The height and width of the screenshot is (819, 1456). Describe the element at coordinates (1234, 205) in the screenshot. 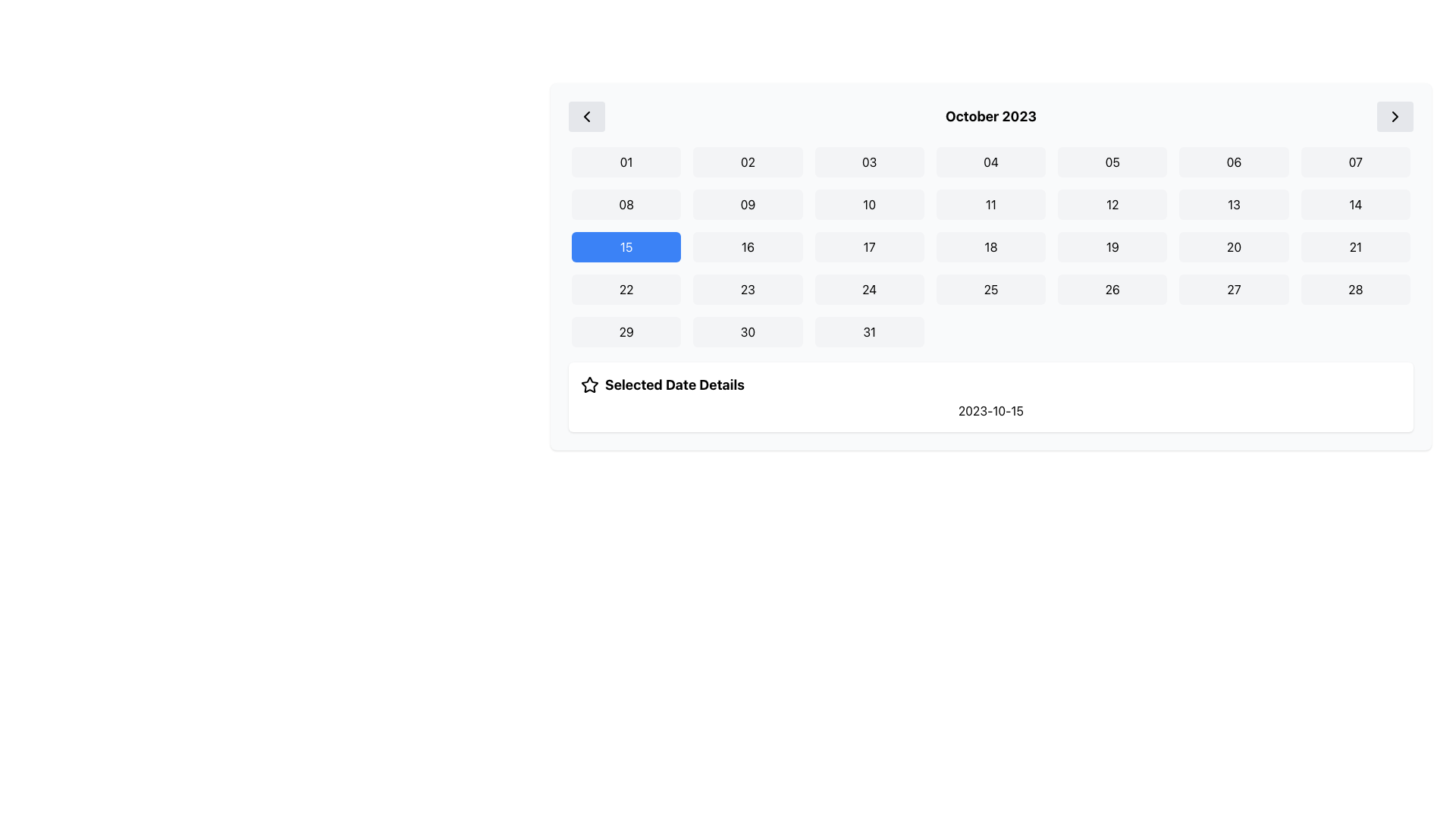

I see `the button representing the 13th day in the calendar component` at that location.